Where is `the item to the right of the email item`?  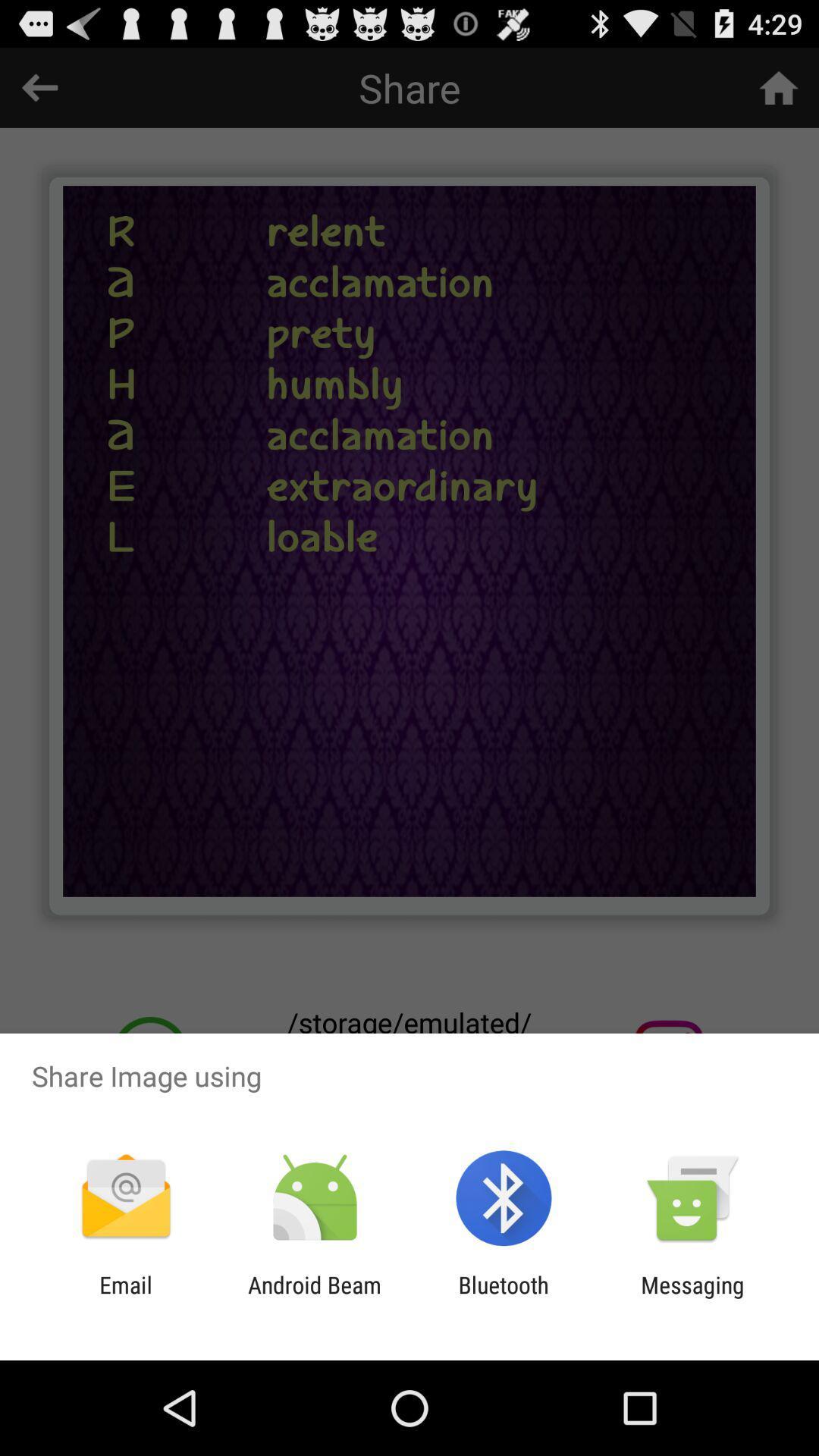
the item to the right of the email item is located at coordinates (314, 1298).